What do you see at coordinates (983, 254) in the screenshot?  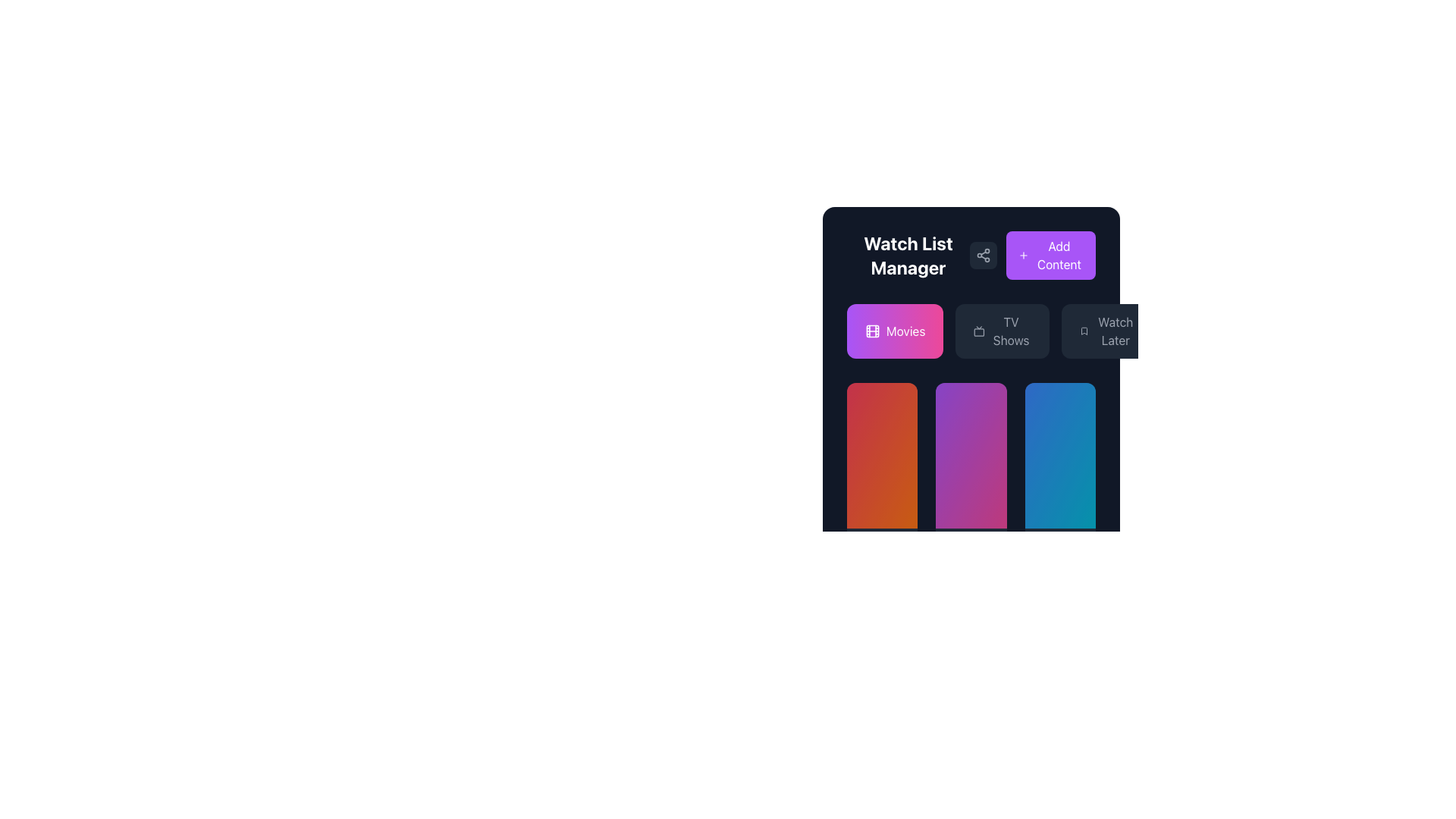 I see `the share symbol icon embedded in the button located in the 'Watch List Manager' interface` at bounding box center [983, 254].